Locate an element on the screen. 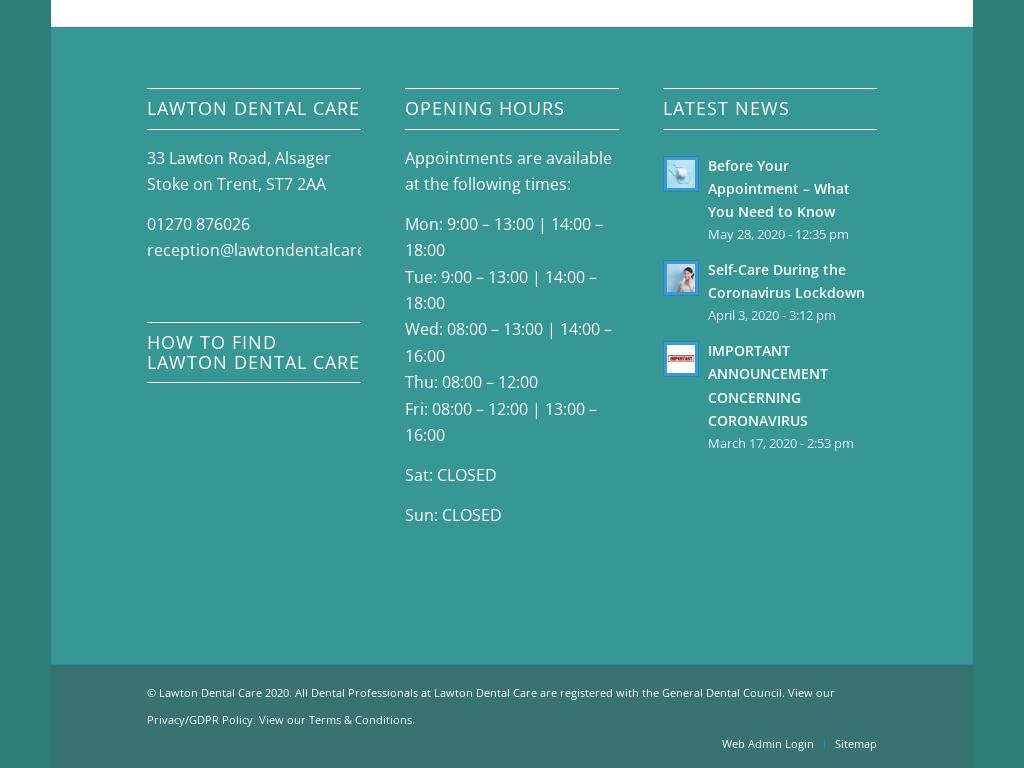 Image resolution: width=1024 pixels, height=768 pixels. 'Latest News' is located at coordinates (725, 107).